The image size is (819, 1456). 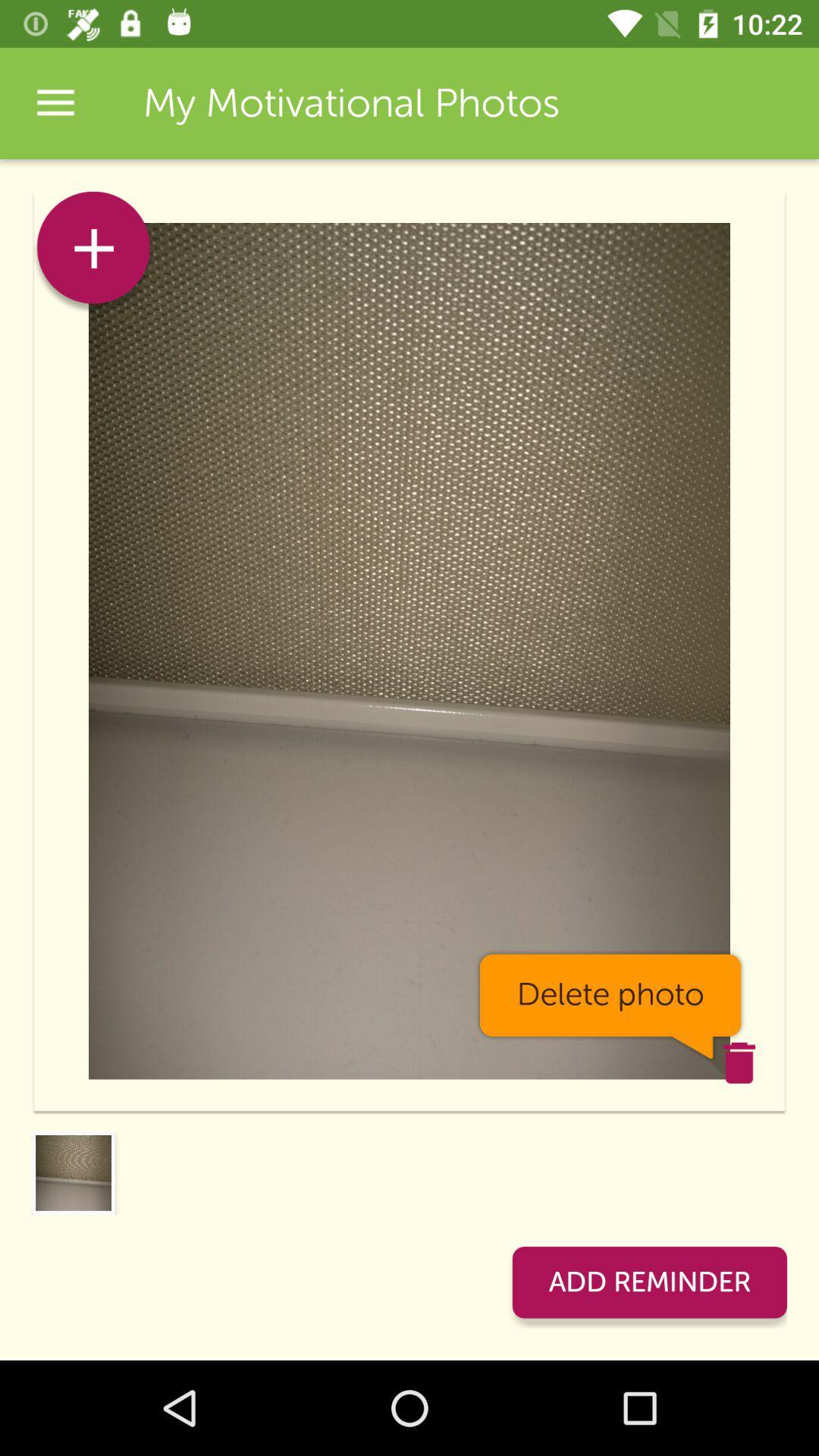 I want to click on the add reminder icon, so click(x=648, y=1282).